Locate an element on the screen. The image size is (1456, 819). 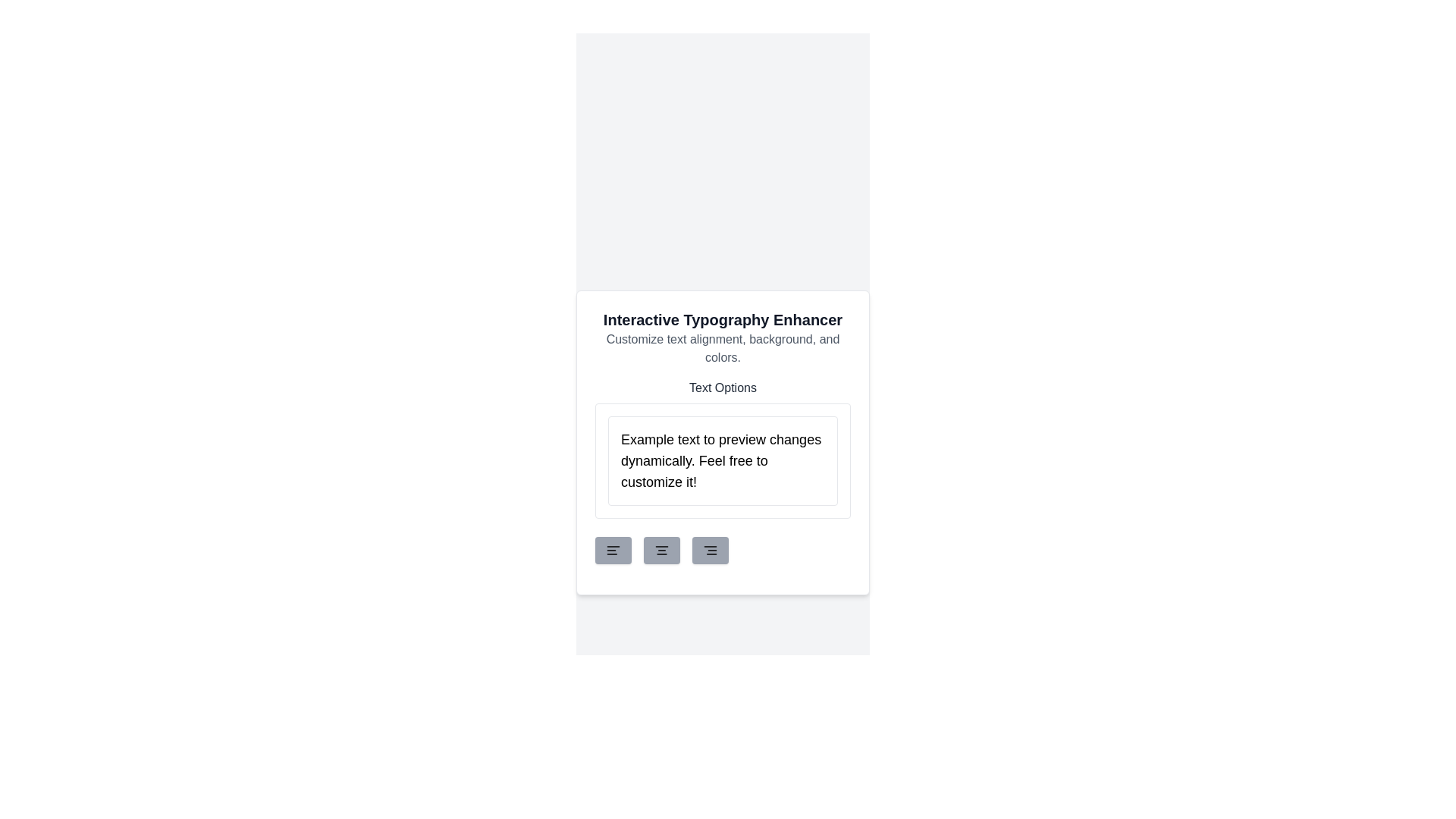
the left alignment button, which is the first button in a horizontal group of three buttons located below the text input field, to apply left alignment is located at coordinates (613, 550).